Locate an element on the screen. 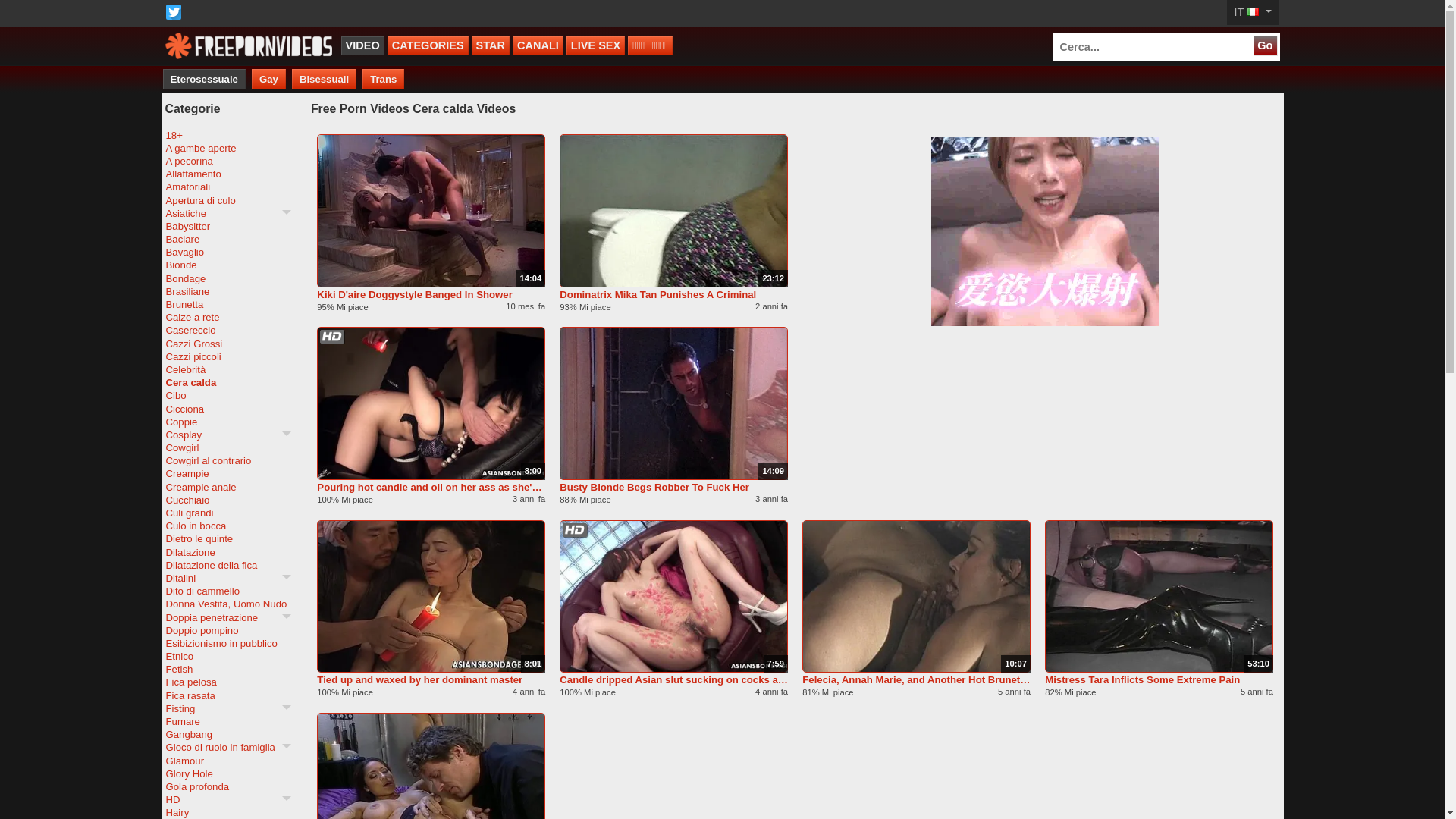  '14:09' is located at coordinates (673, 403).